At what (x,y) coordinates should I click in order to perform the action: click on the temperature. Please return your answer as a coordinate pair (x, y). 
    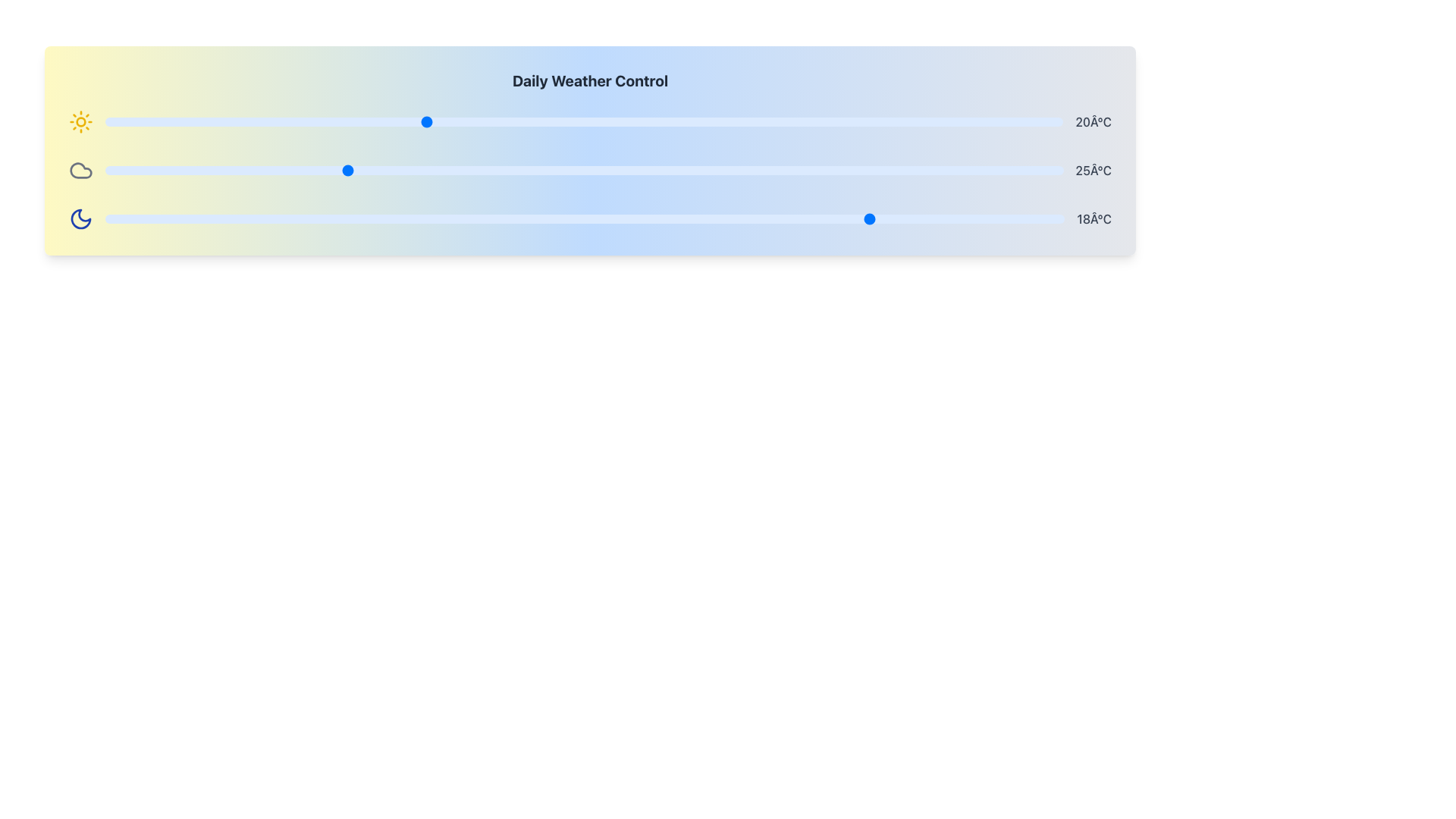
    Looking at the image, I should click on (776, 170).